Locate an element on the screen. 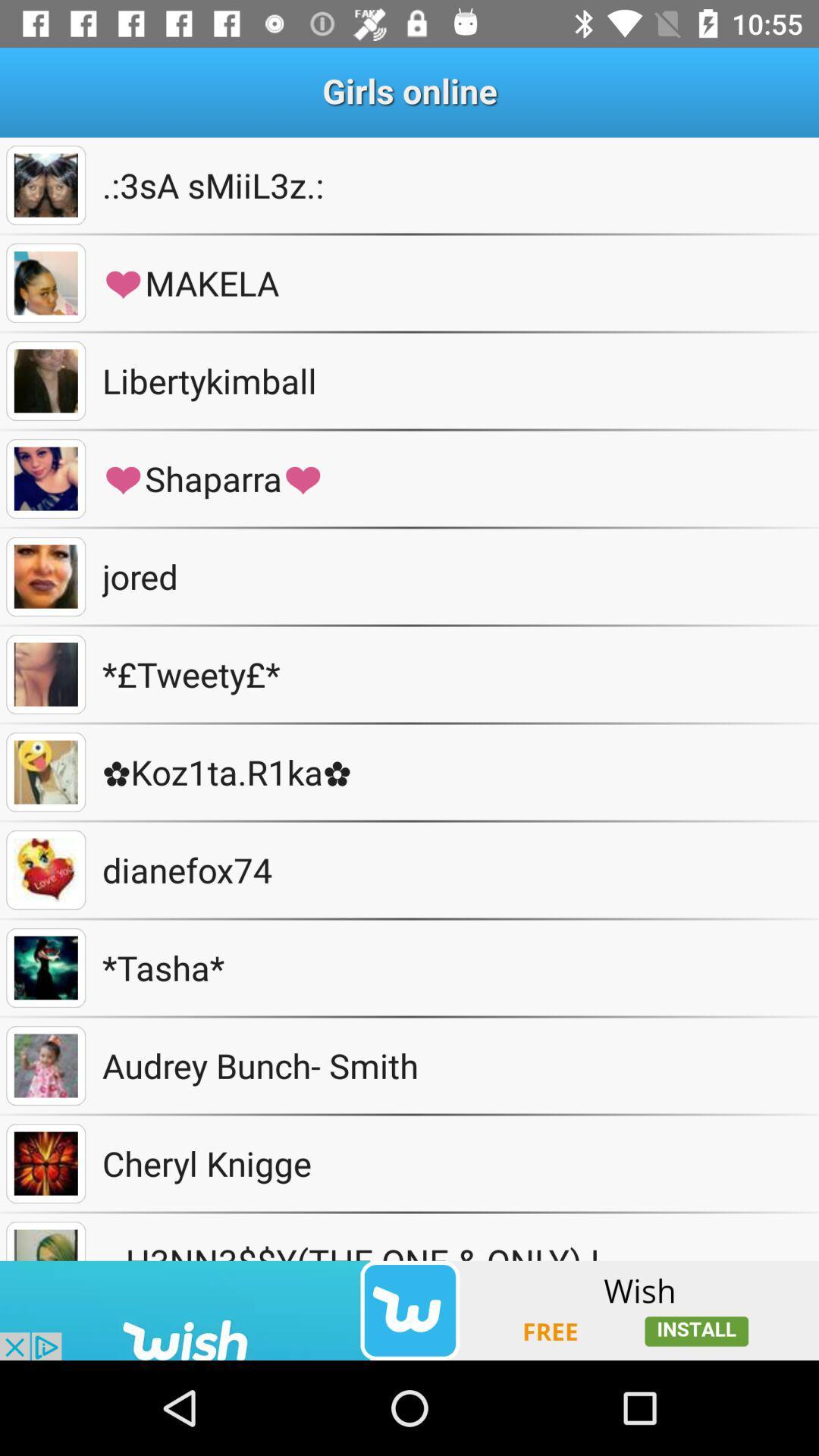 The width and height of the screenshot is (819, 1456). user profile is located at coordinates (45, 478).